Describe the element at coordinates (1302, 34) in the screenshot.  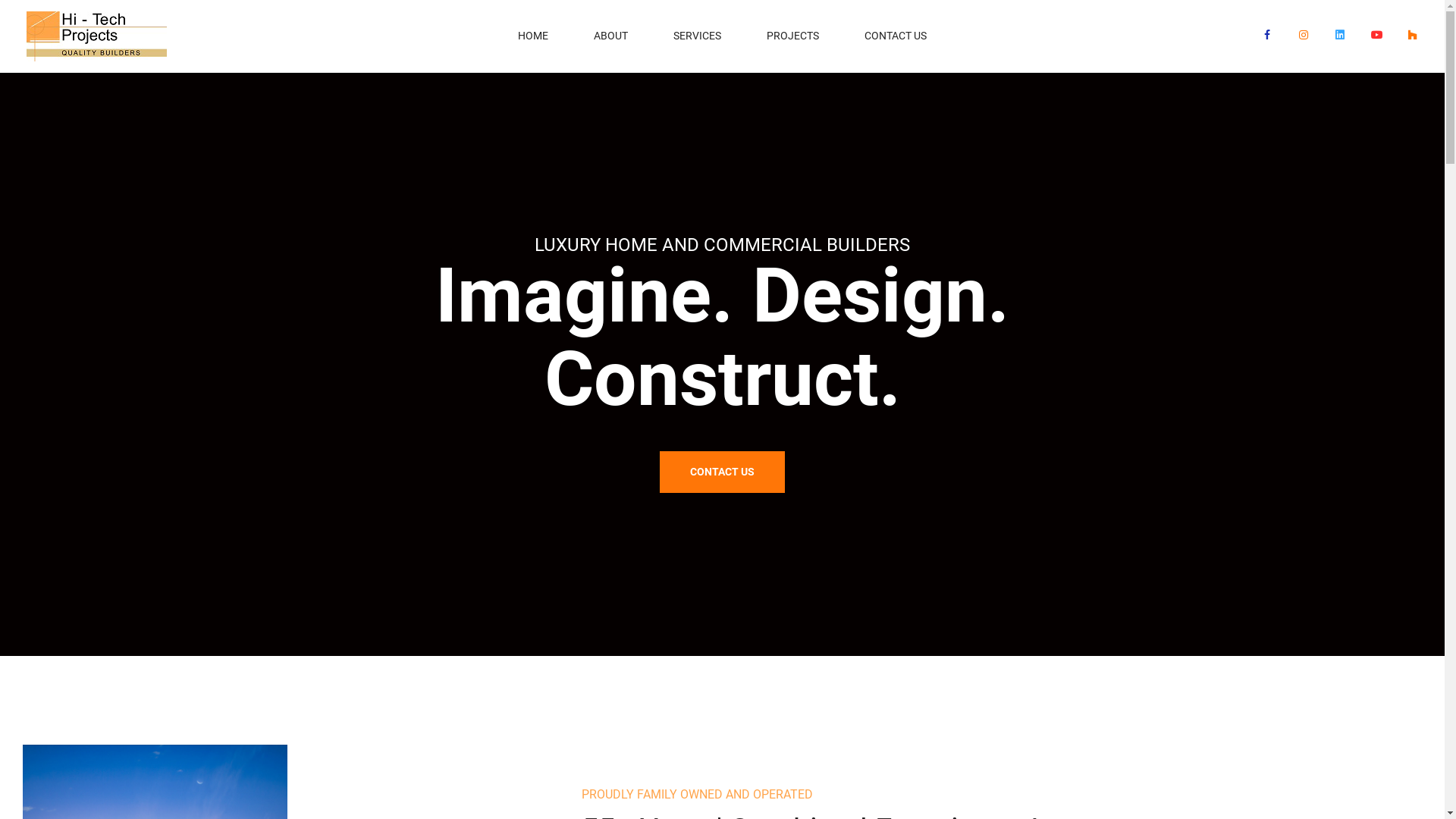
I see `'Instagram'` at that location.